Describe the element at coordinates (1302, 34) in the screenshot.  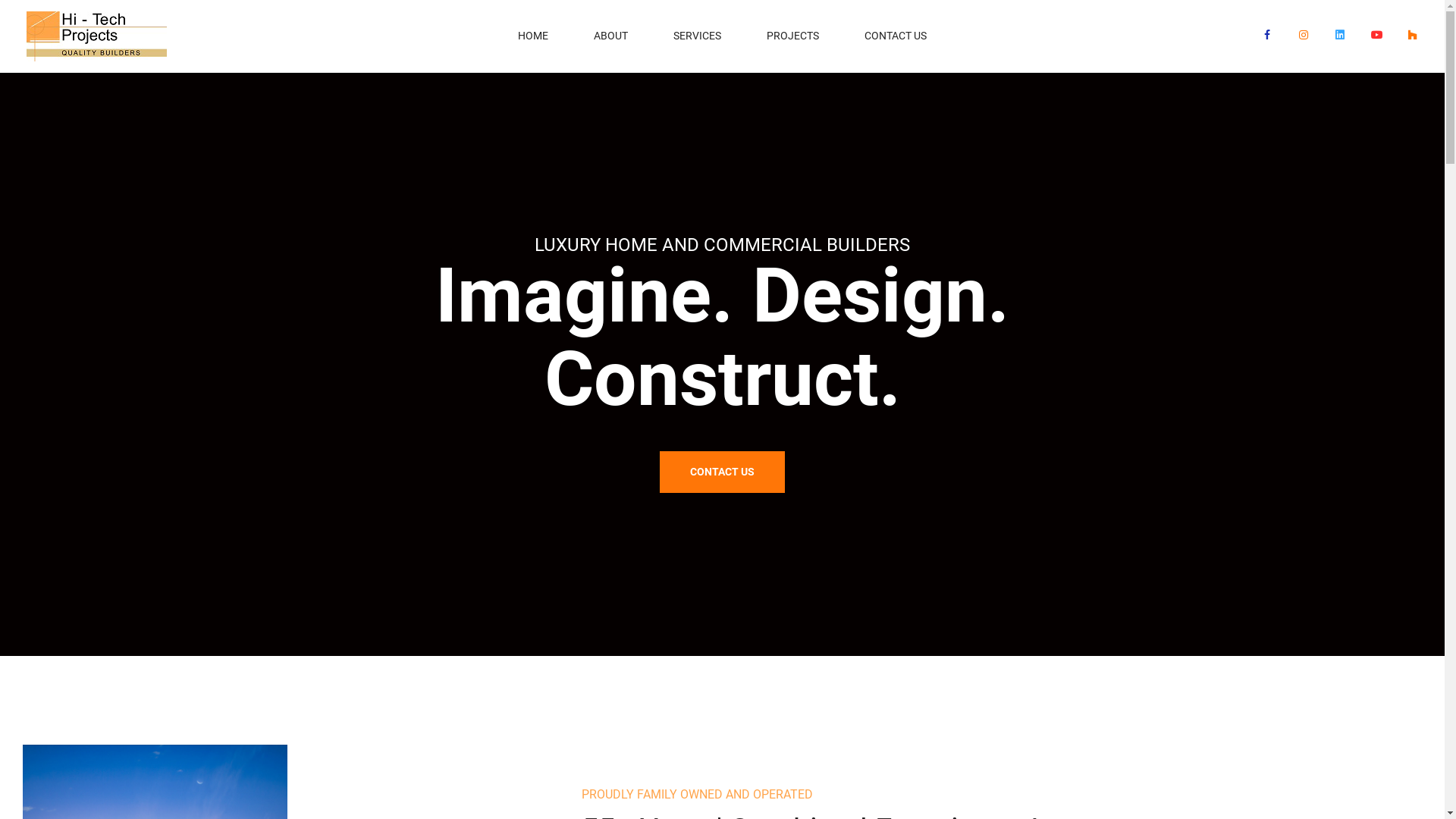
I see `'Instagram'` at that location.